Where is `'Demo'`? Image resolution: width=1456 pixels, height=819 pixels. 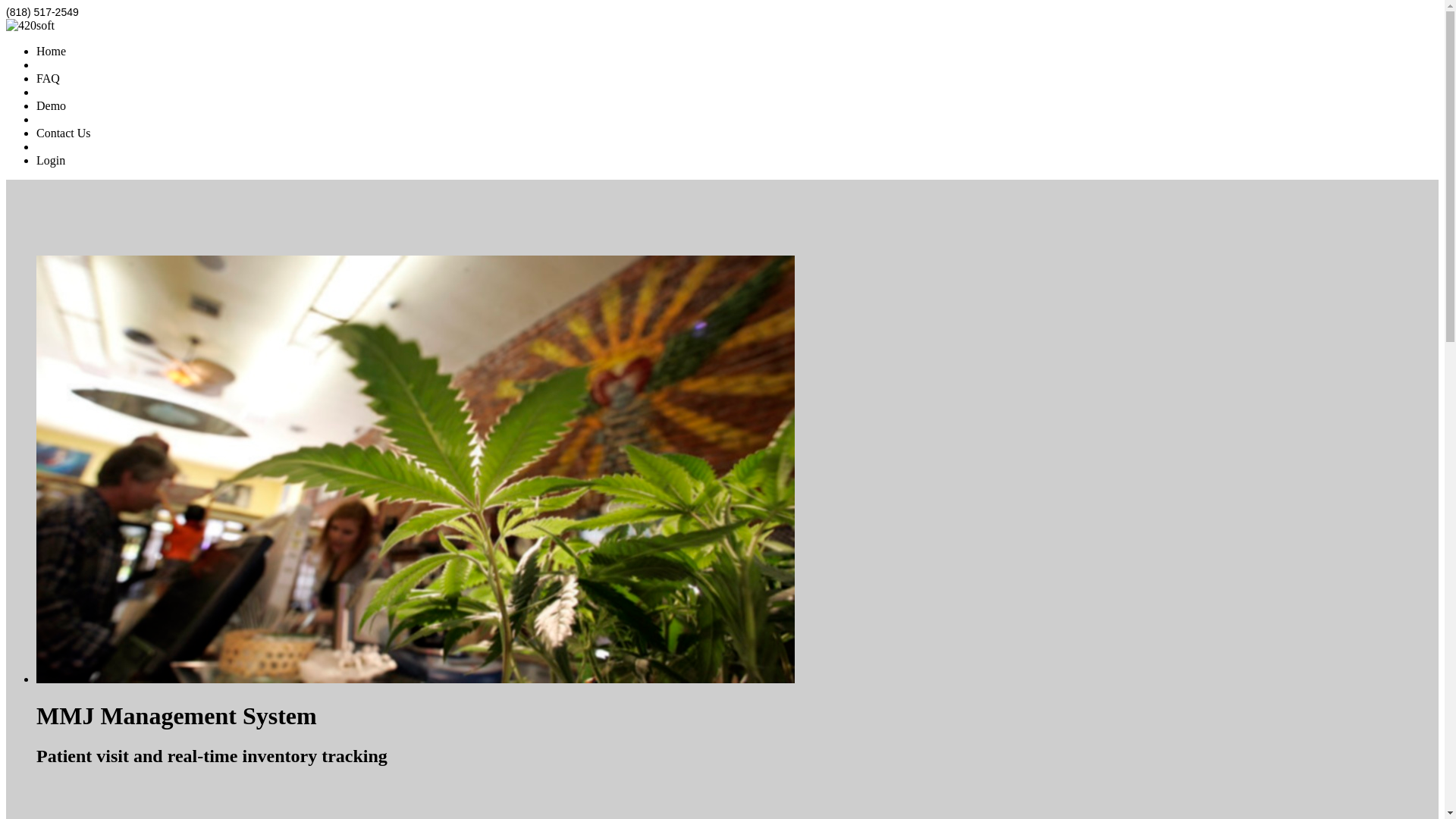 'Demo' is located at coordinates (51, 105).